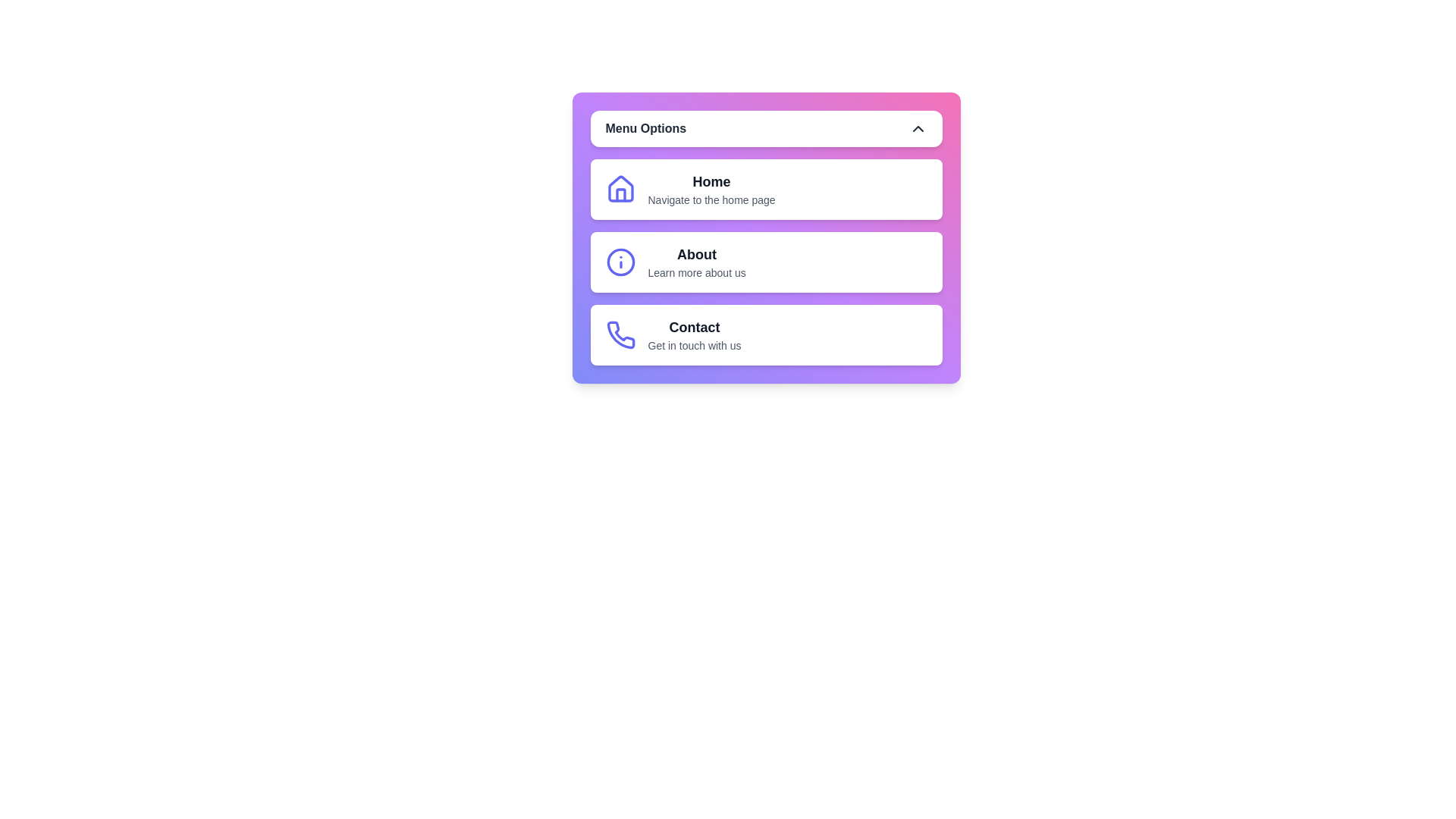 The image size is (1456, 819). I want to click on 'Menu Options' button to toggle the menu visibility, so click(766, 127).